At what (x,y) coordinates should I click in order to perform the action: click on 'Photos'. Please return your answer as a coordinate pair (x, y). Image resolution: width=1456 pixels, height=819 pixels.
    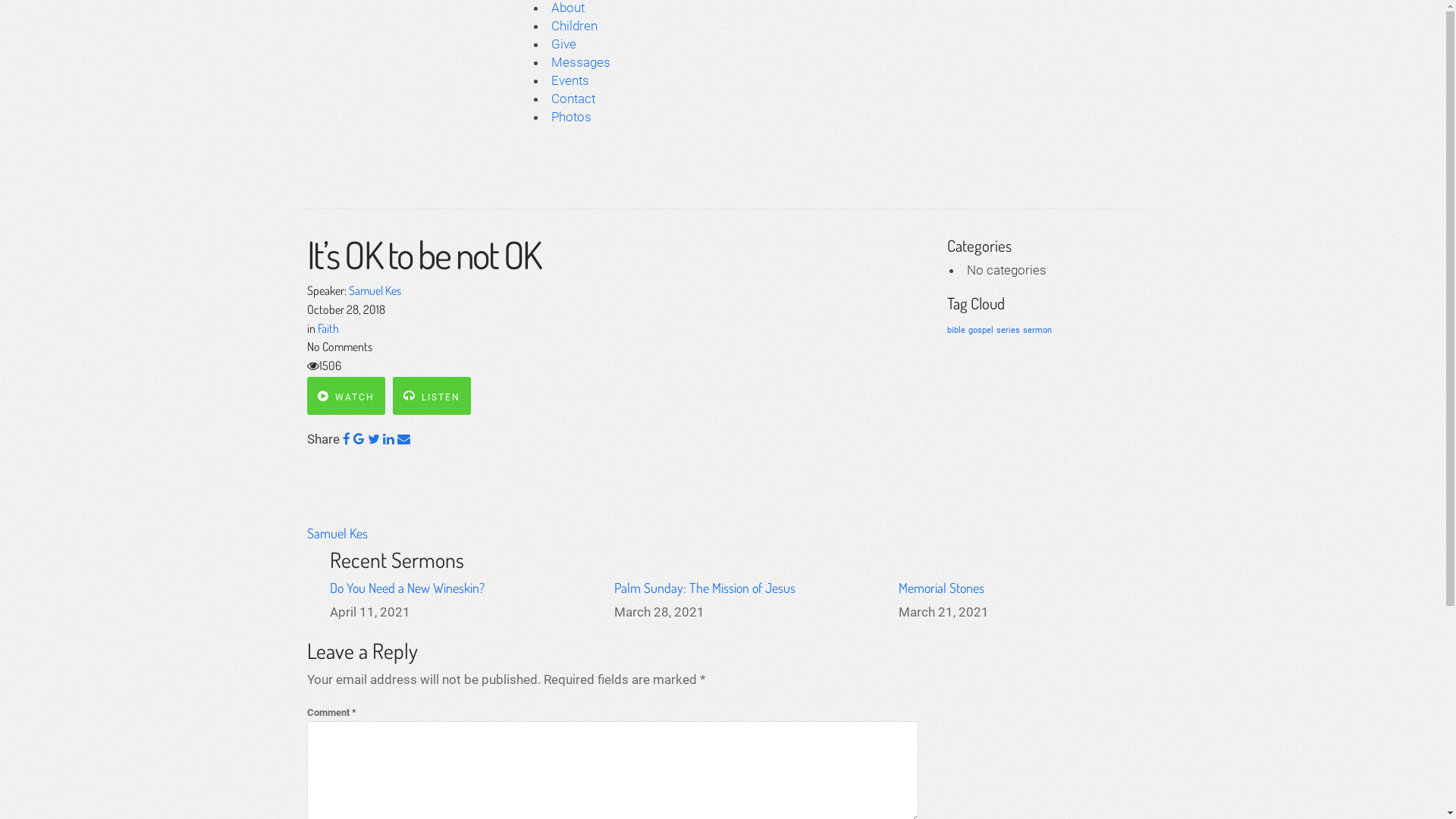
    Looking at the image, I should click on (570, 116).